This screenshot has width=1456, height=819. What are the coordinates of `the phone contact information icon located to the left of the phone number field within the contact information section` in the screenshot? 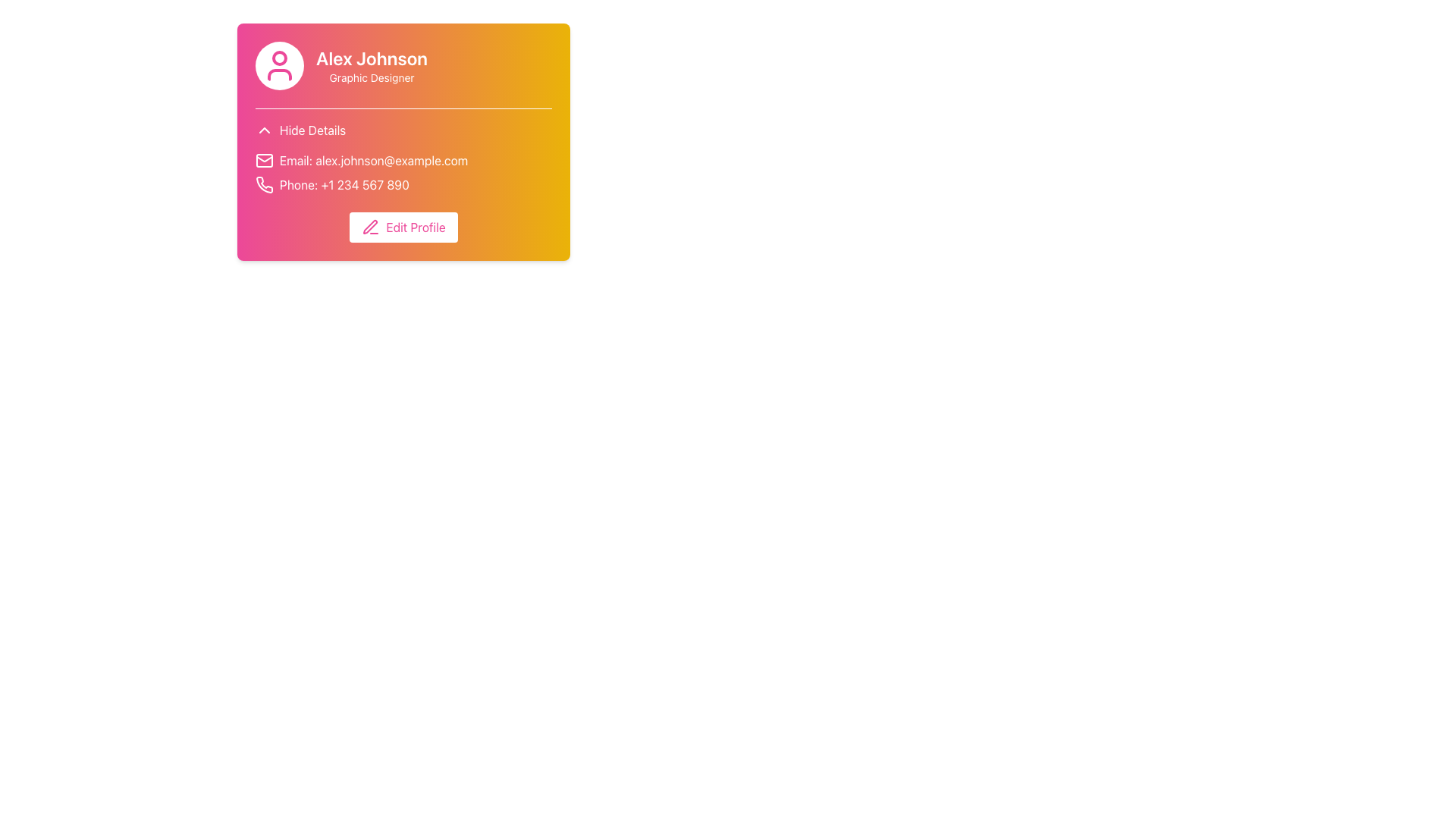 It's located at (265, 184).